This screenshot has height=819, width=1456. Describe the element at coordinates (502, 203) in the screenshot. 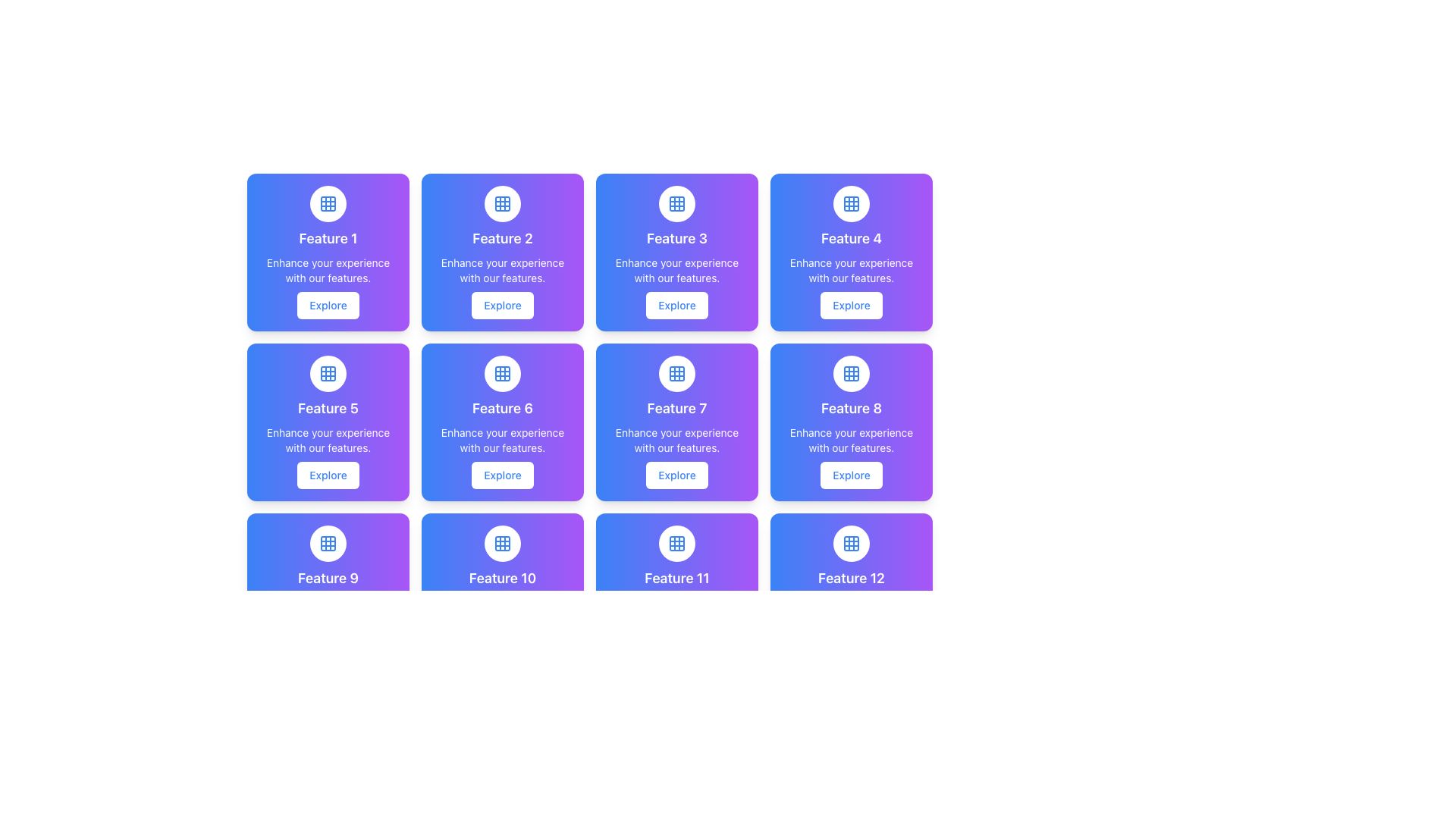

I see `the decorative icon that visually represents the grid or features icon for the card labeled 'Feature 2', centrally placed at the top of the card` at that location.